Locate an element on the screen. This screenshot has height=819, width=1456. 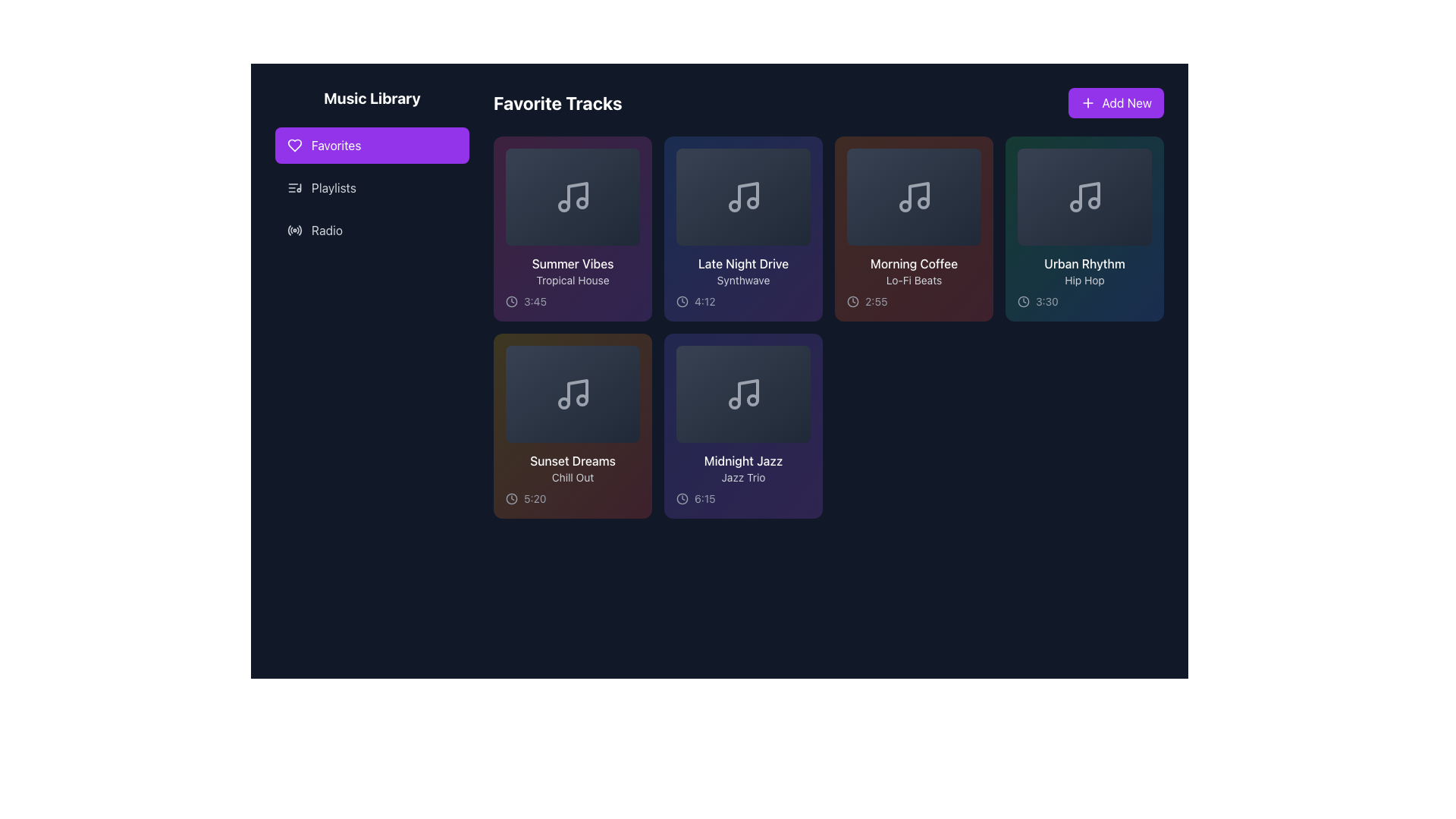
the decorative circle element within the 'Summer Vibes' music card, located in the upper-left quadrant of the icon is located at coordinates (563, 206).